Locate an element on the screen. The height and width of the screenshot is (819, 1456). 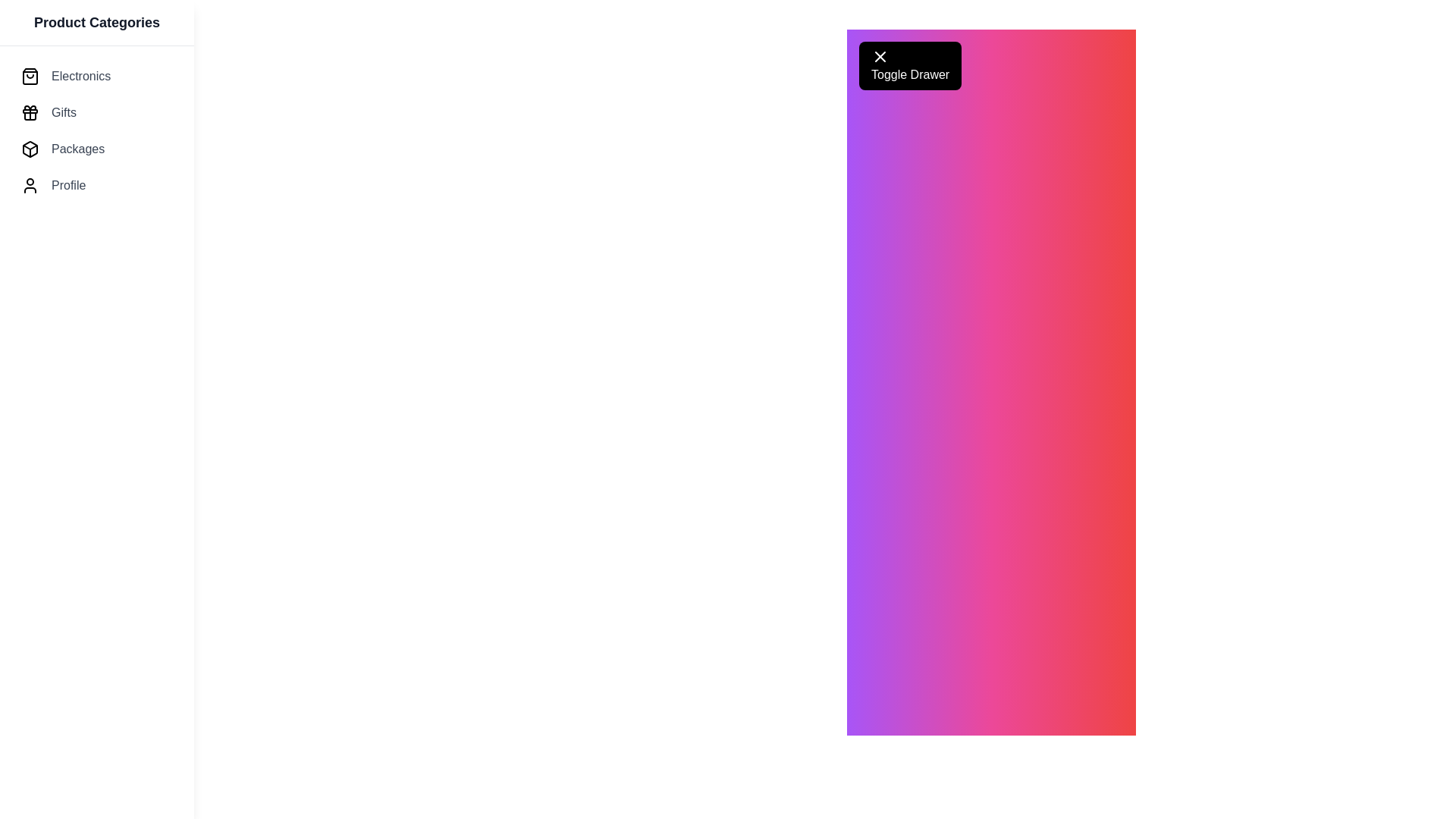
the 'Toggle Drawer' button to toggle the visibility of the drawer is located at coordinates (910, 65).